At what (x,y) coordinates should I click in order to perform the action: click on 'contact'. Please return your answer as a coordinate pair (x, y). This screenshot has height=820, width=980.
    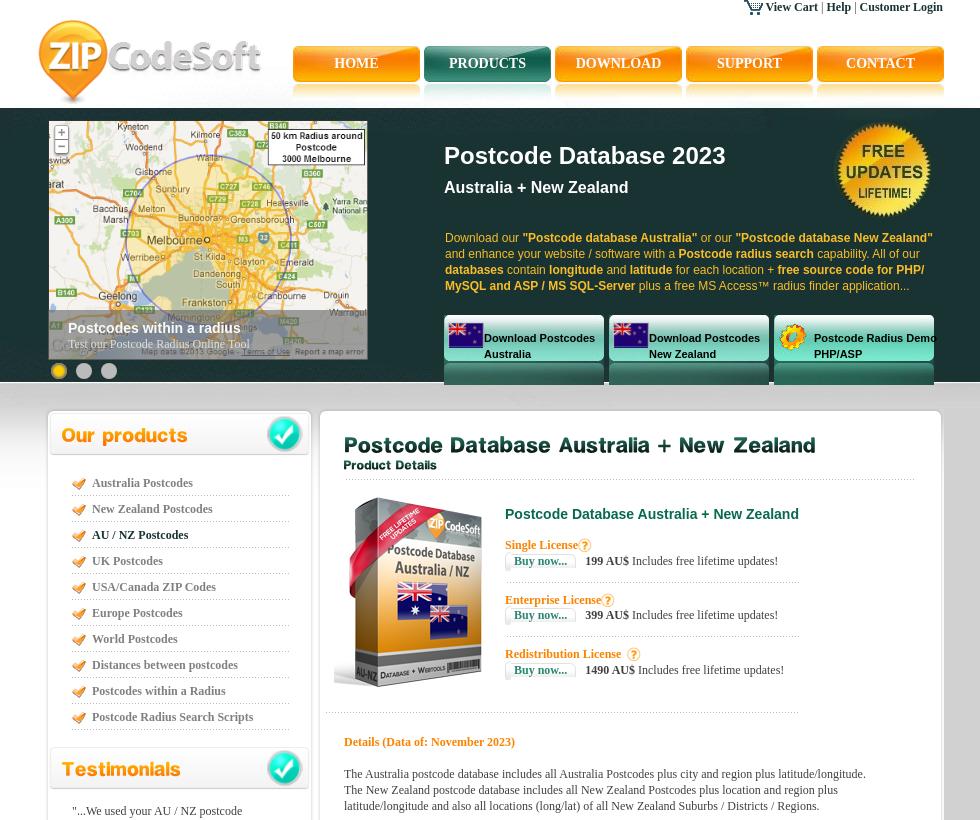
    Looking at the image, I should click on (880, 62).